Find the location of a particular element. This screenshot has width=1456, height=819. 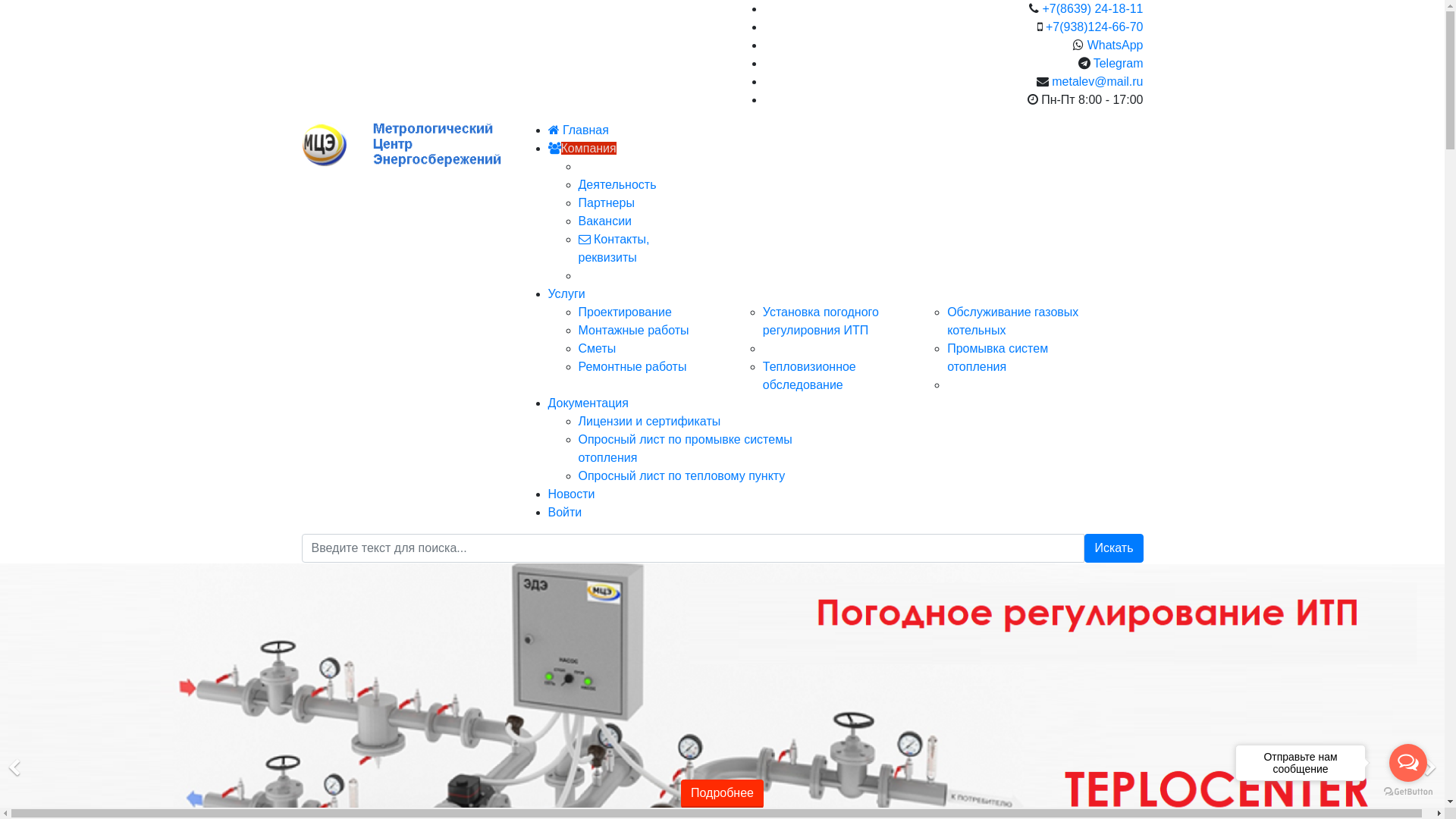

'WhatsApp' is located at coordinates (1115, 44).